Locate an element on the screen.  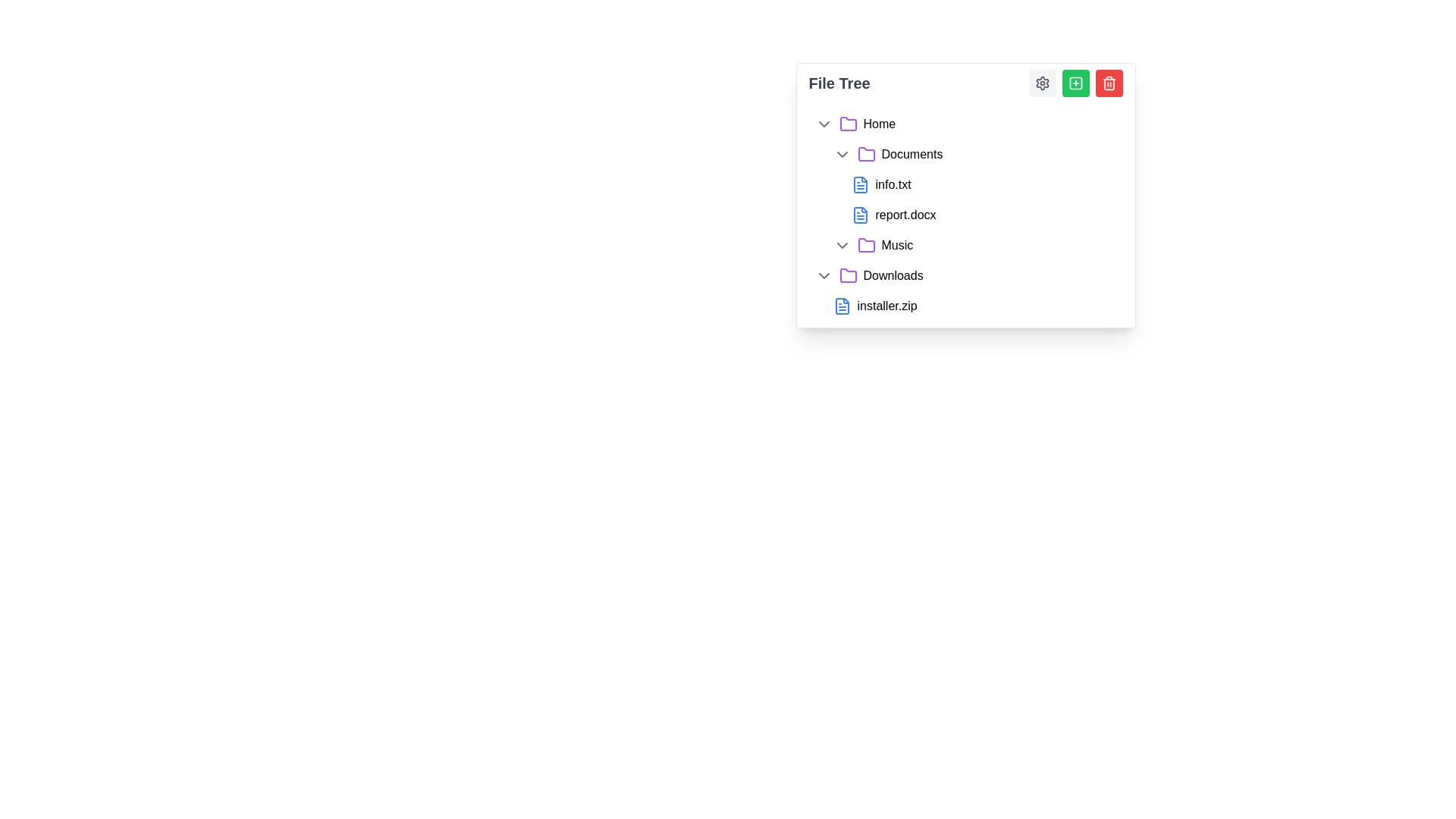
the 'report.docx' file entry in the file tree is located at coordinates (965, 215).